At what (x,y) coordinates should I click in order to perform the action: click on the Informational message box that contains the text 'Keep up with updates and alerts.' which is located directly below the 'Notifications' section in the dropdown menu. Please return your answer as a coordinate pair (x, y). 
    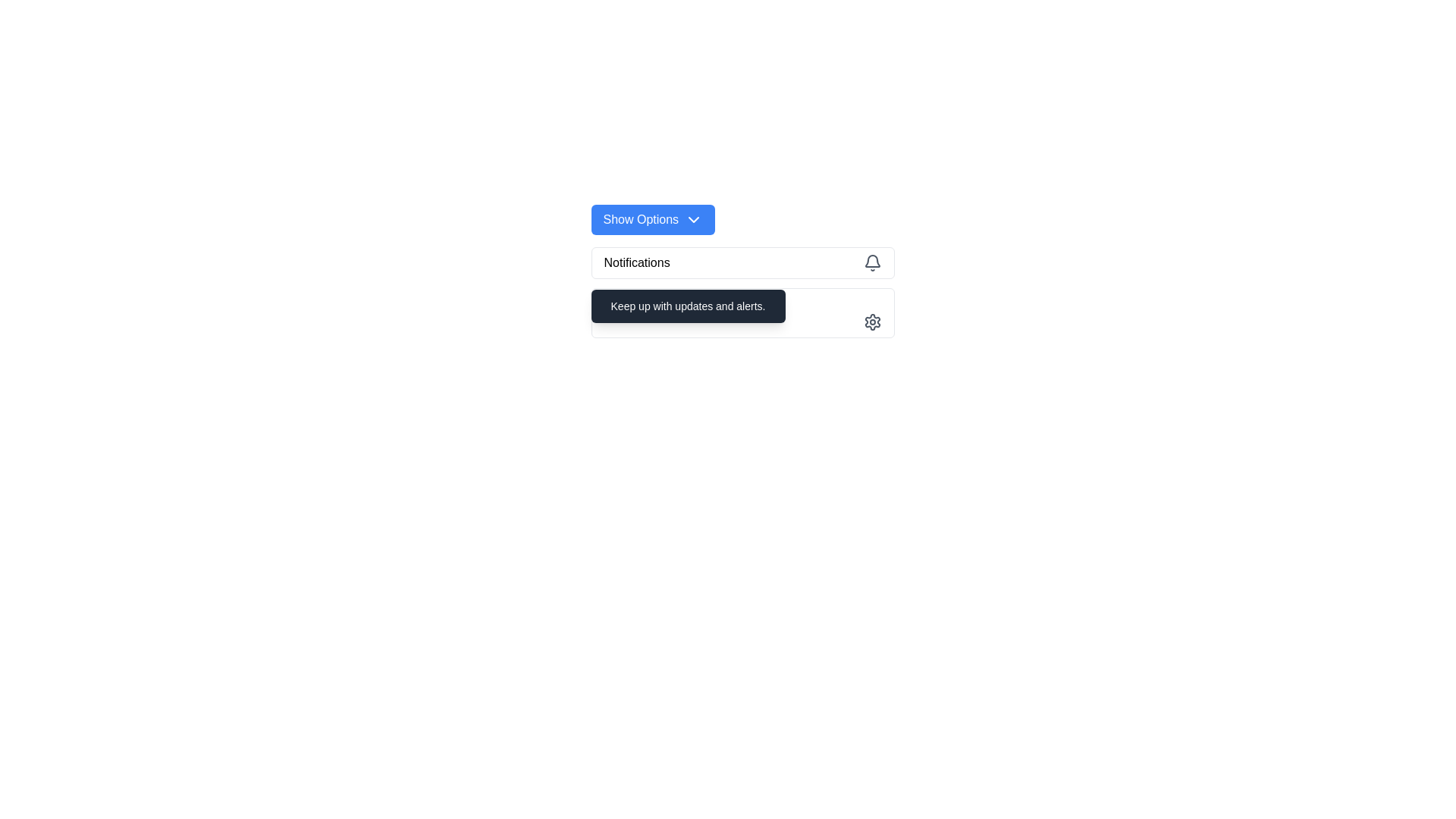
    Looking at the image, I should click on (687, 306).